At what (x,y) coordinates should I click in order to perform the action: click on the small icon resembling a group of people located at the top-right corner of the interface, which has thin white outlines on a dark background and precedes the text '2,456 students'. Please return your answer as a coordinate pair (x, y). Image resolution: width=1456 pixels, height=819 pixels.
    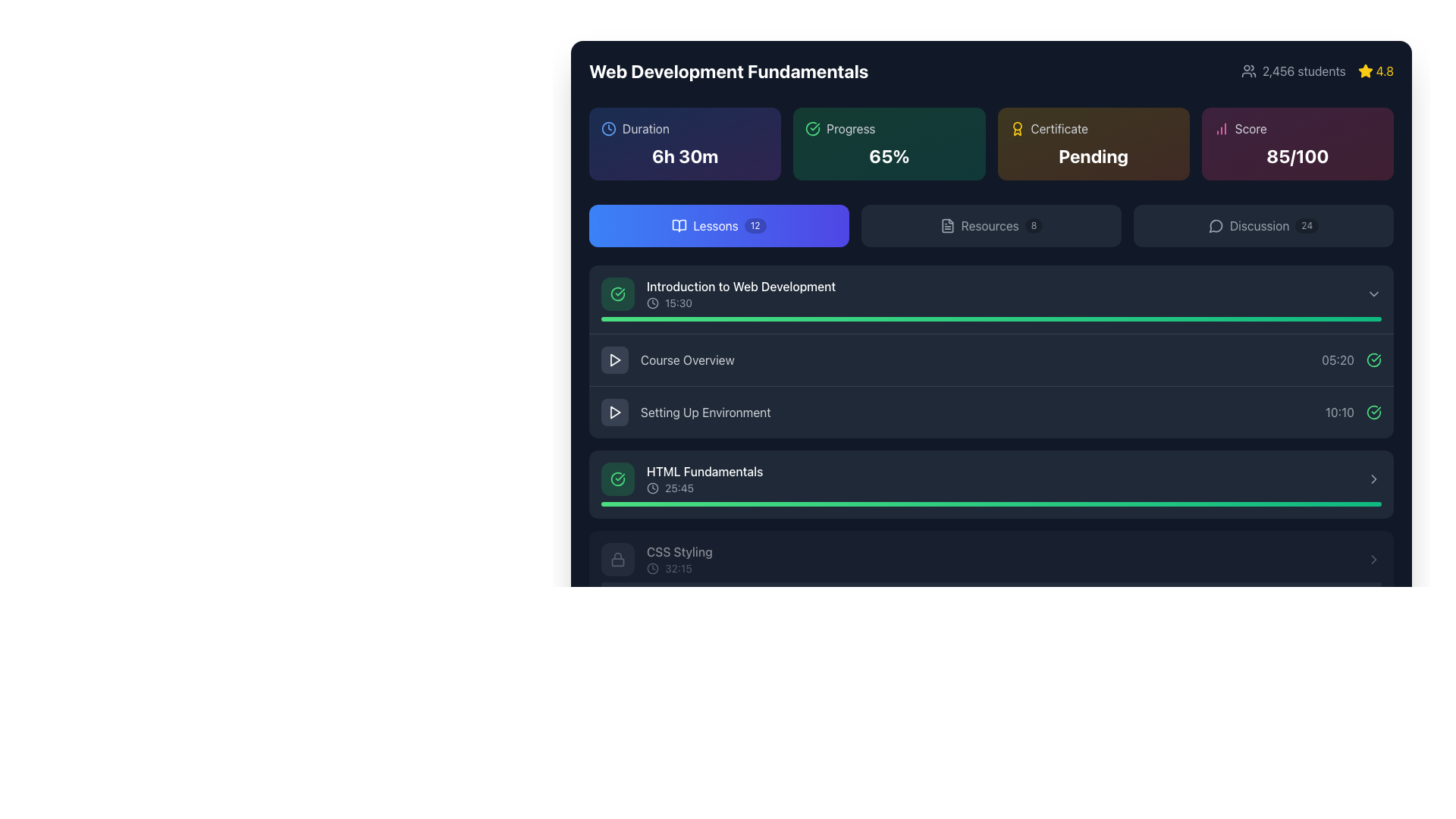
    Looking at the image, I should click on (1248, 71).